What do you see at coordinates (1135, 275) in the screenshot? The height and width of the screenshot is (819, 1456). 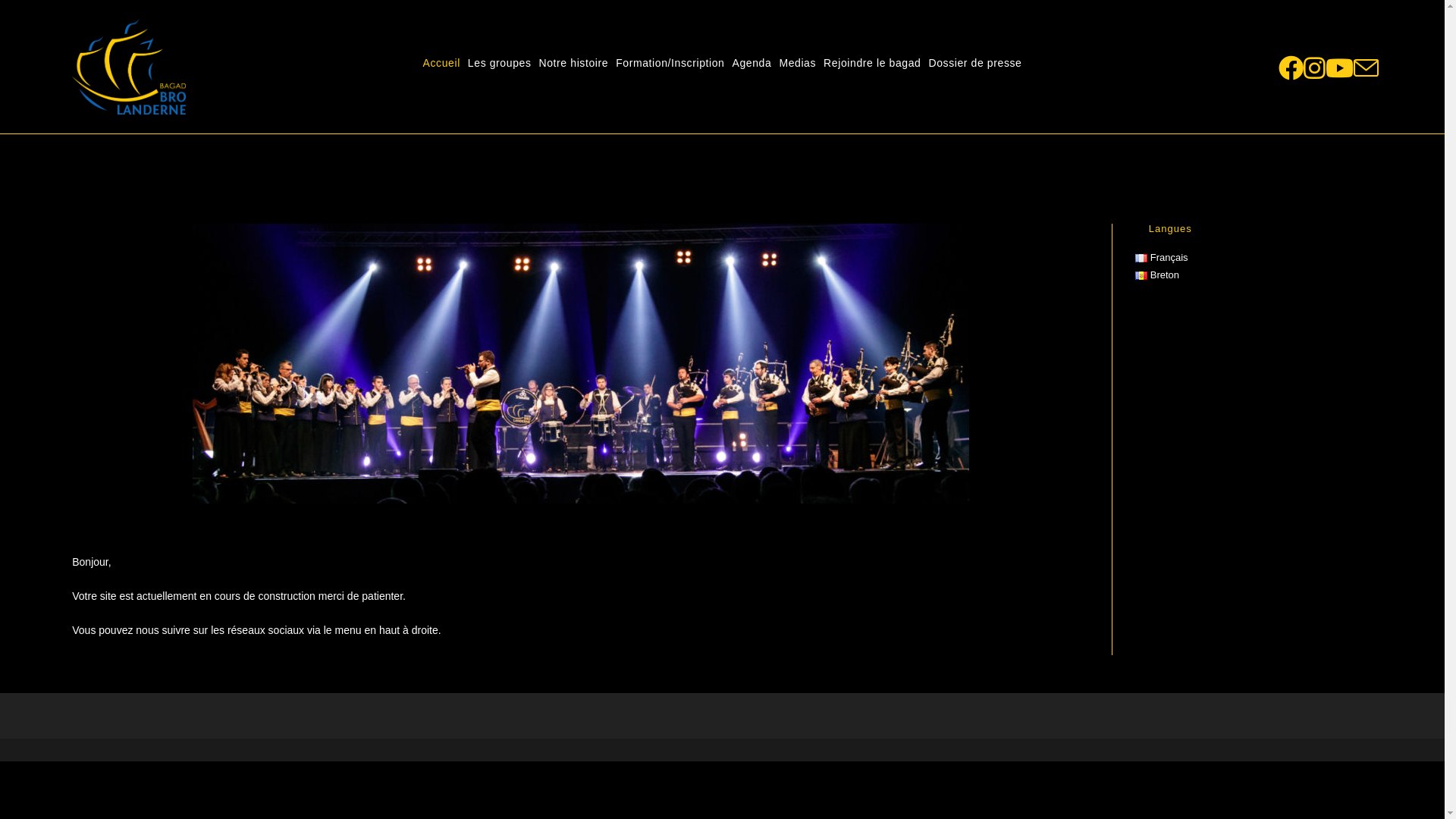 I see `'Breton'` at bounding box center [1135, 275].